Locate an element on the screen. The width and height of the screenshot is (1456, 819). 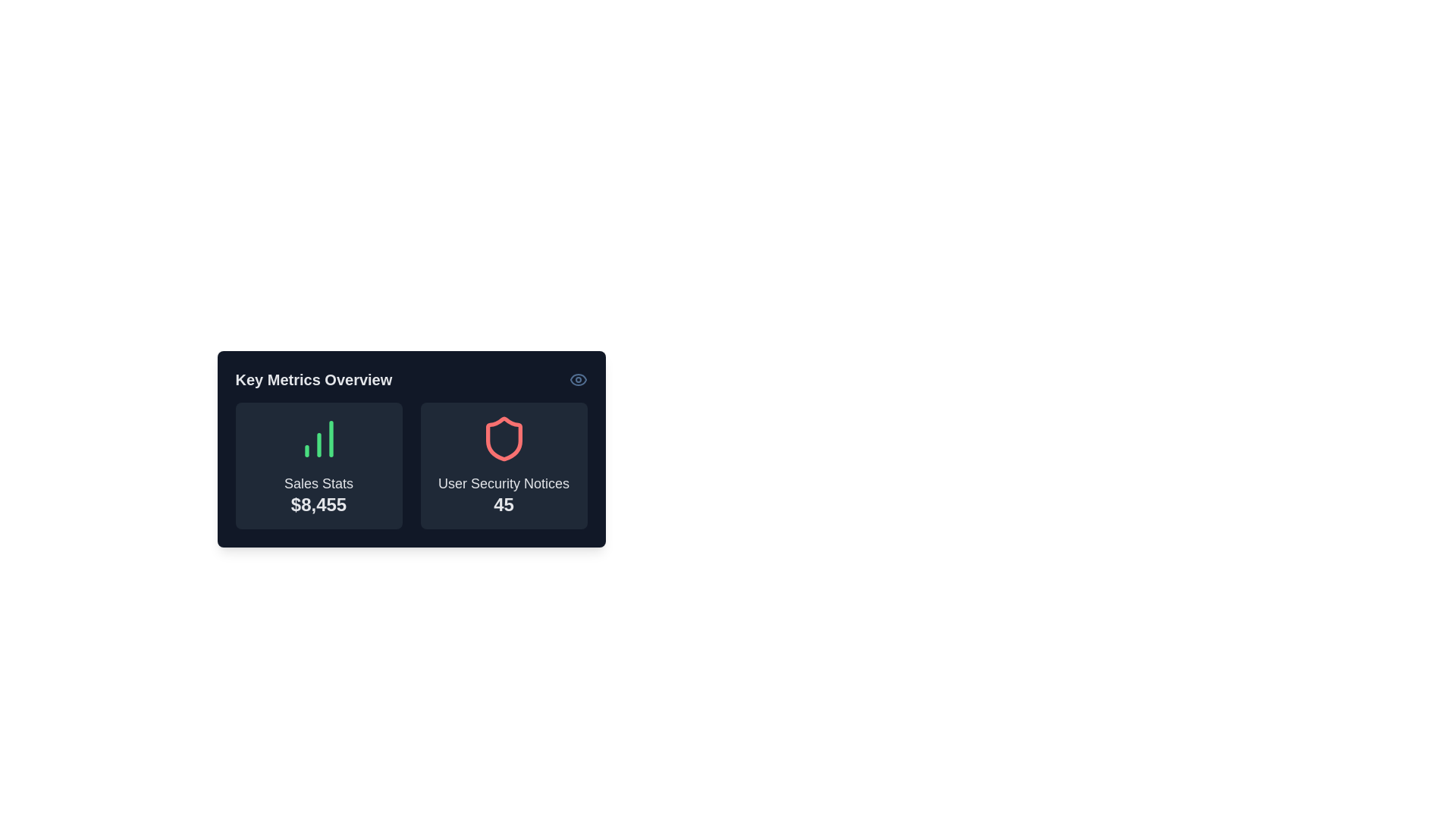
the icon representing the view-related feature located in the 'Key Metrics Overview' section at the top-right corner, adjacent to the title text is located at coordinates (577, 379).